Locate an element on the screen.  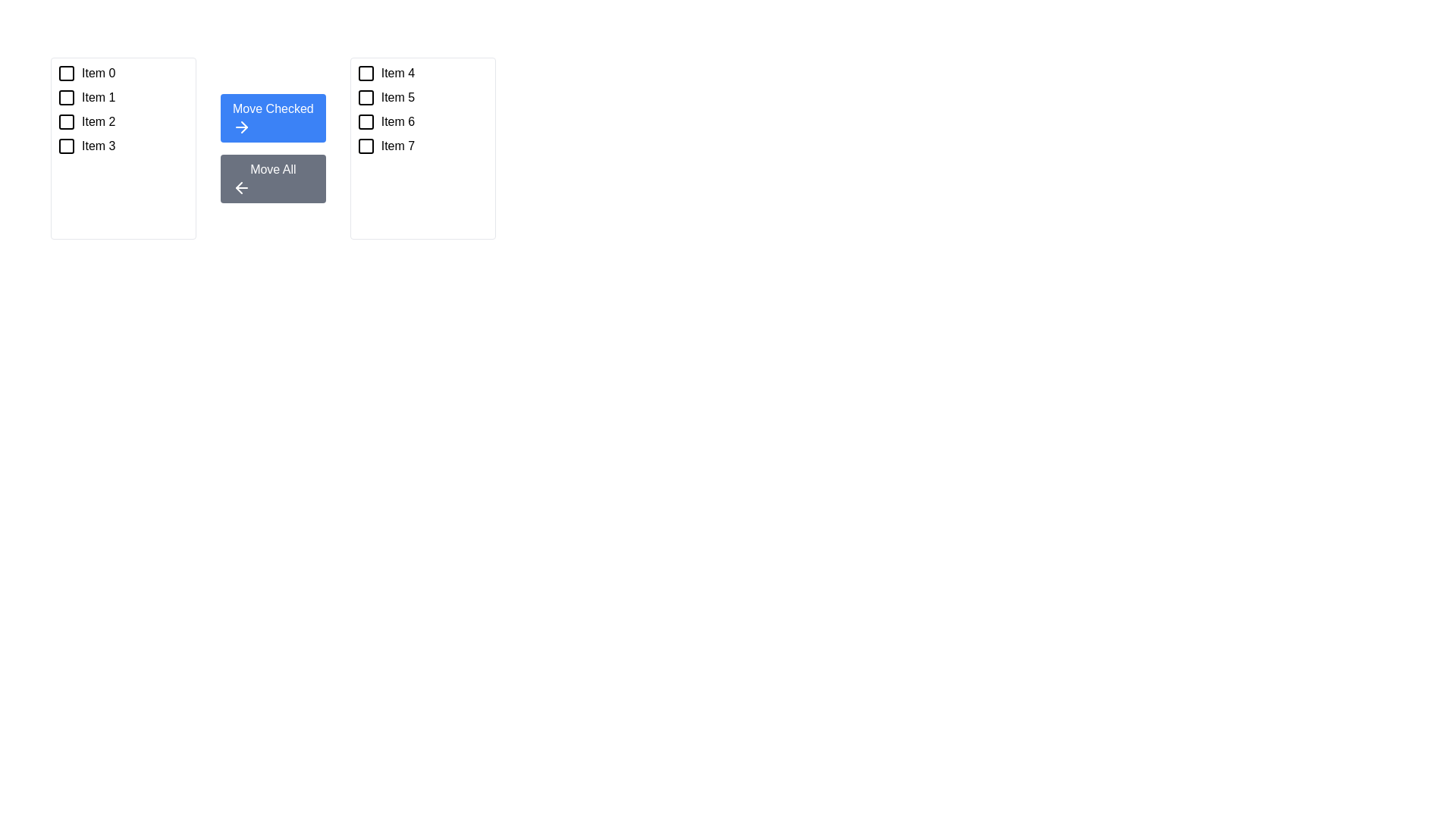
the checkbox next is located at coordinates (366, 73).